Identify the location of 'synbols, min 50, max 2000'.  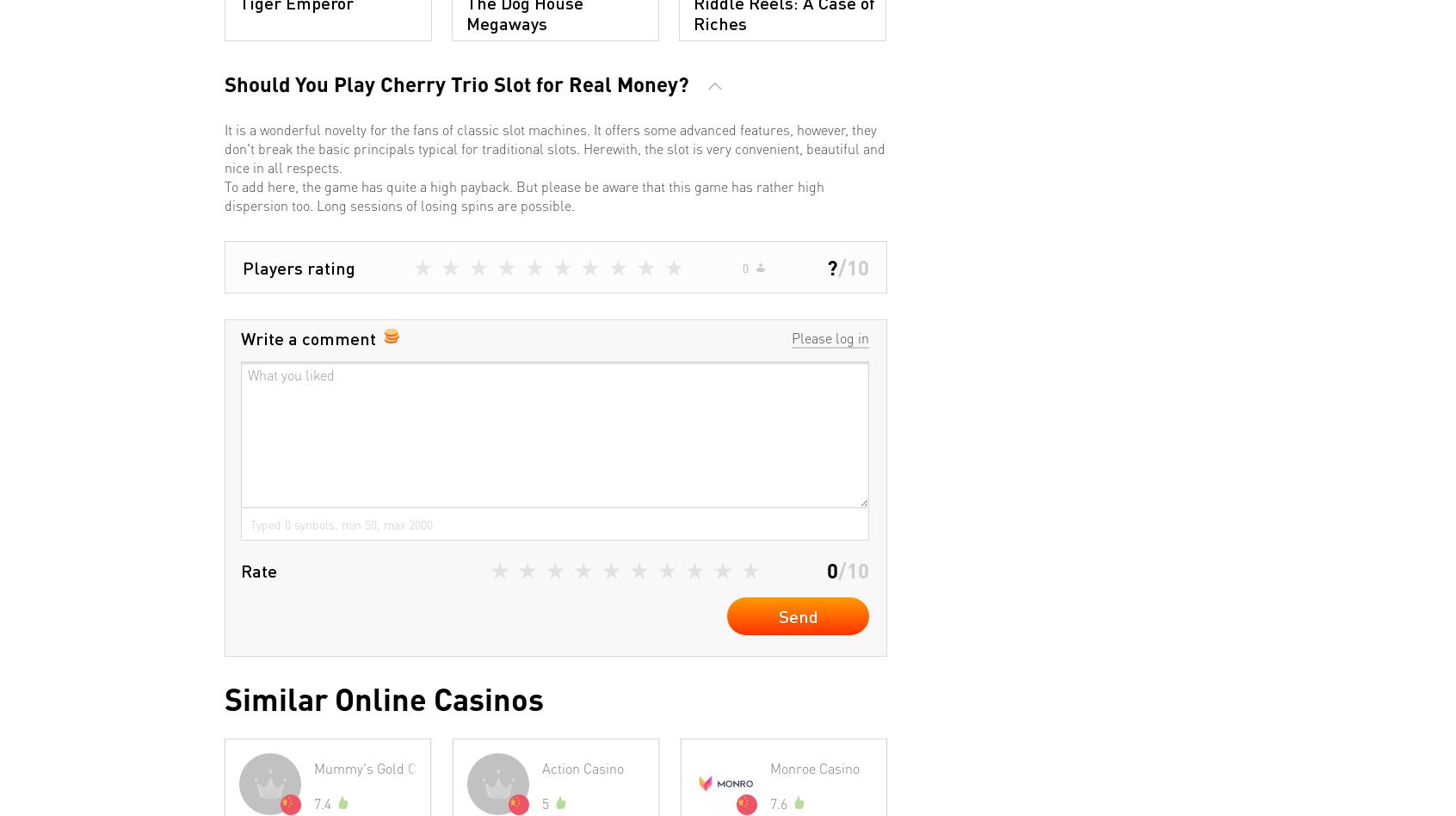
(361, 522).